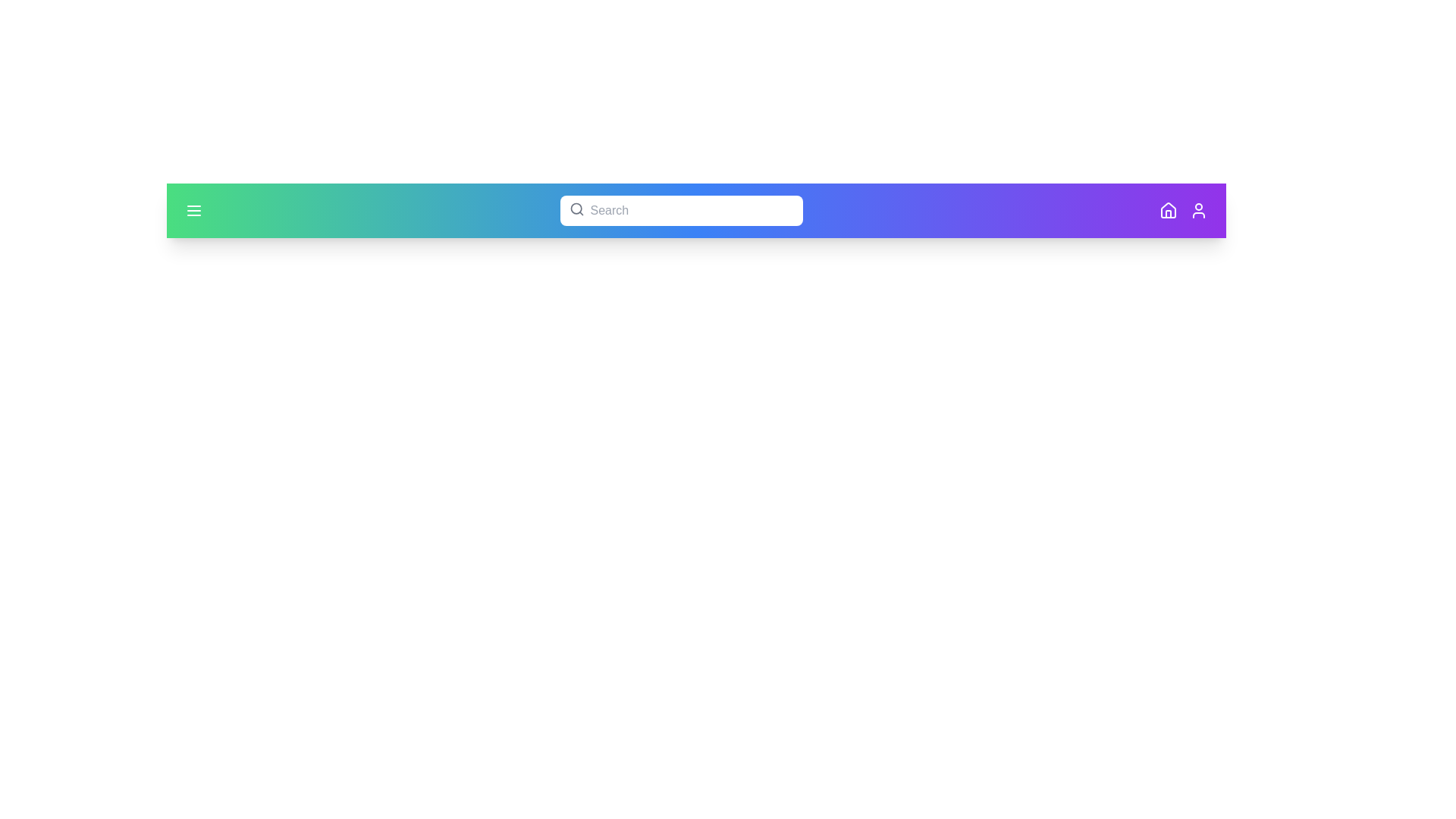  I want to click on the user icon located on the right side of the app bar, so click(1197, 210).